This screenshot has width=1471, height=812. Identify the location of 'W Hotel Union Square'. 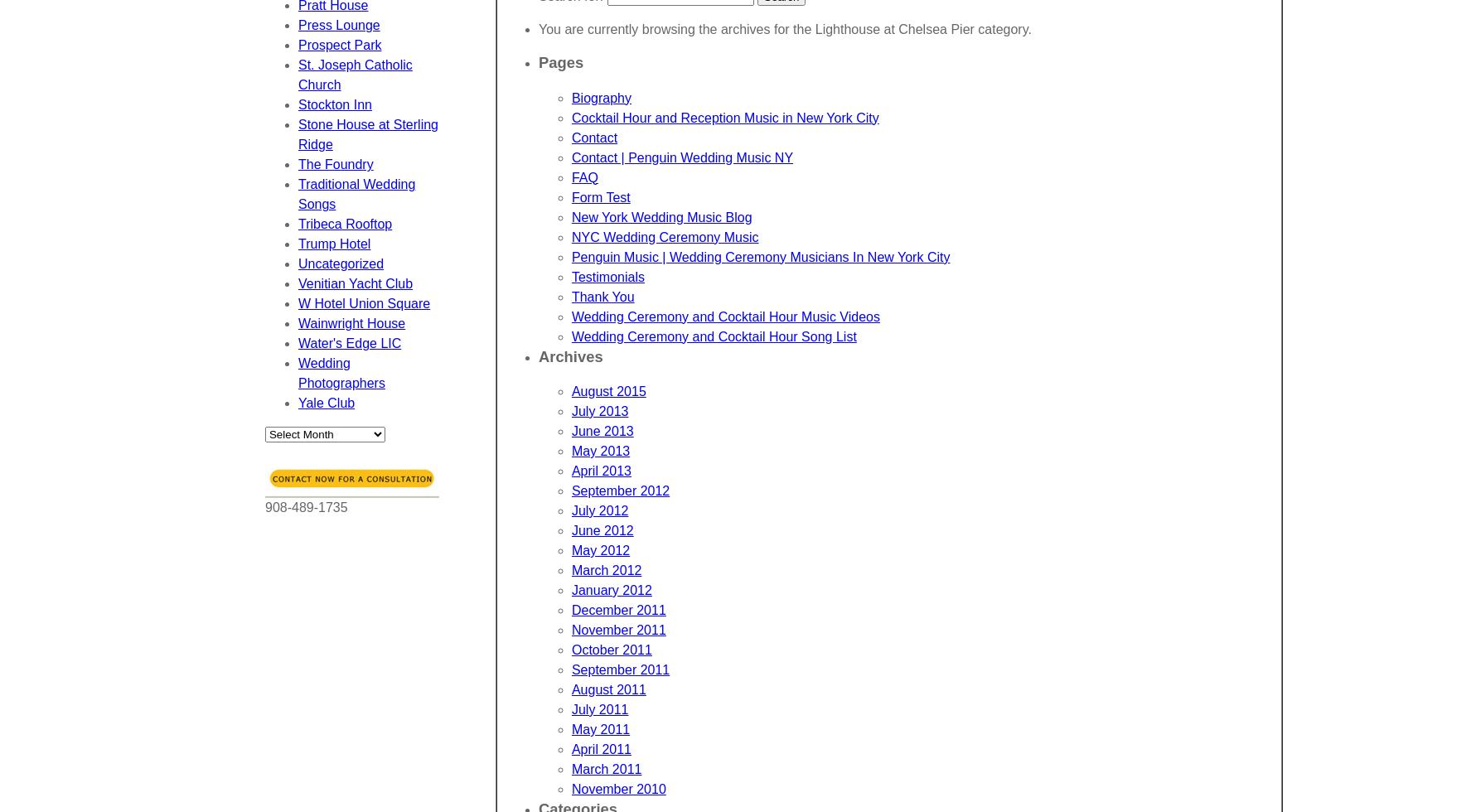
(297, 303).